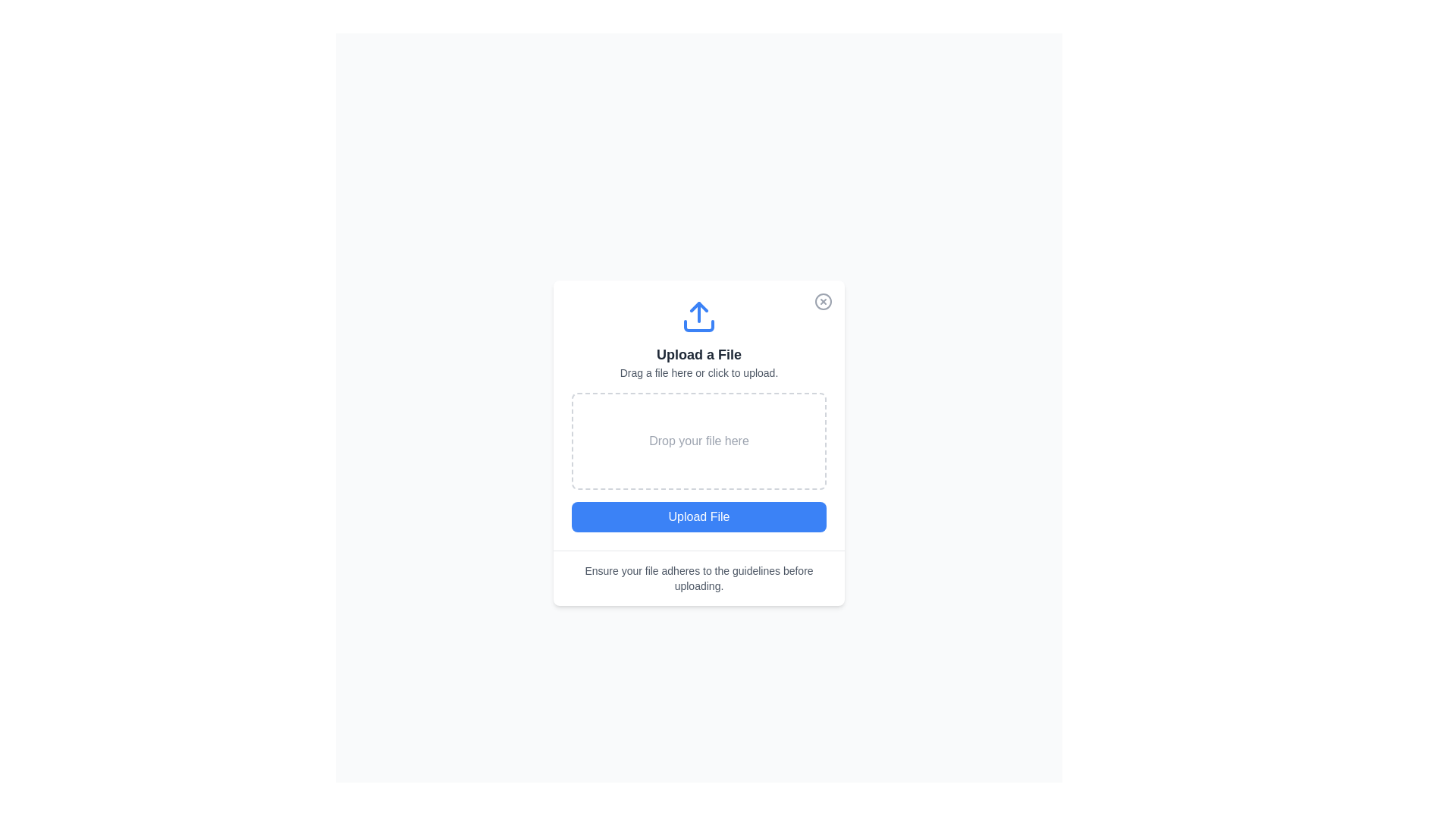 This screenshot has width=1456, height=819. What do you see at coordinates (698, 441) in the screenshot?
I see `the static text label that instructs users where to drop their file for upload, located in the middle of the interface, under the instructions 'Drag a file here or click to upload'` at bounding box center [698, 441].